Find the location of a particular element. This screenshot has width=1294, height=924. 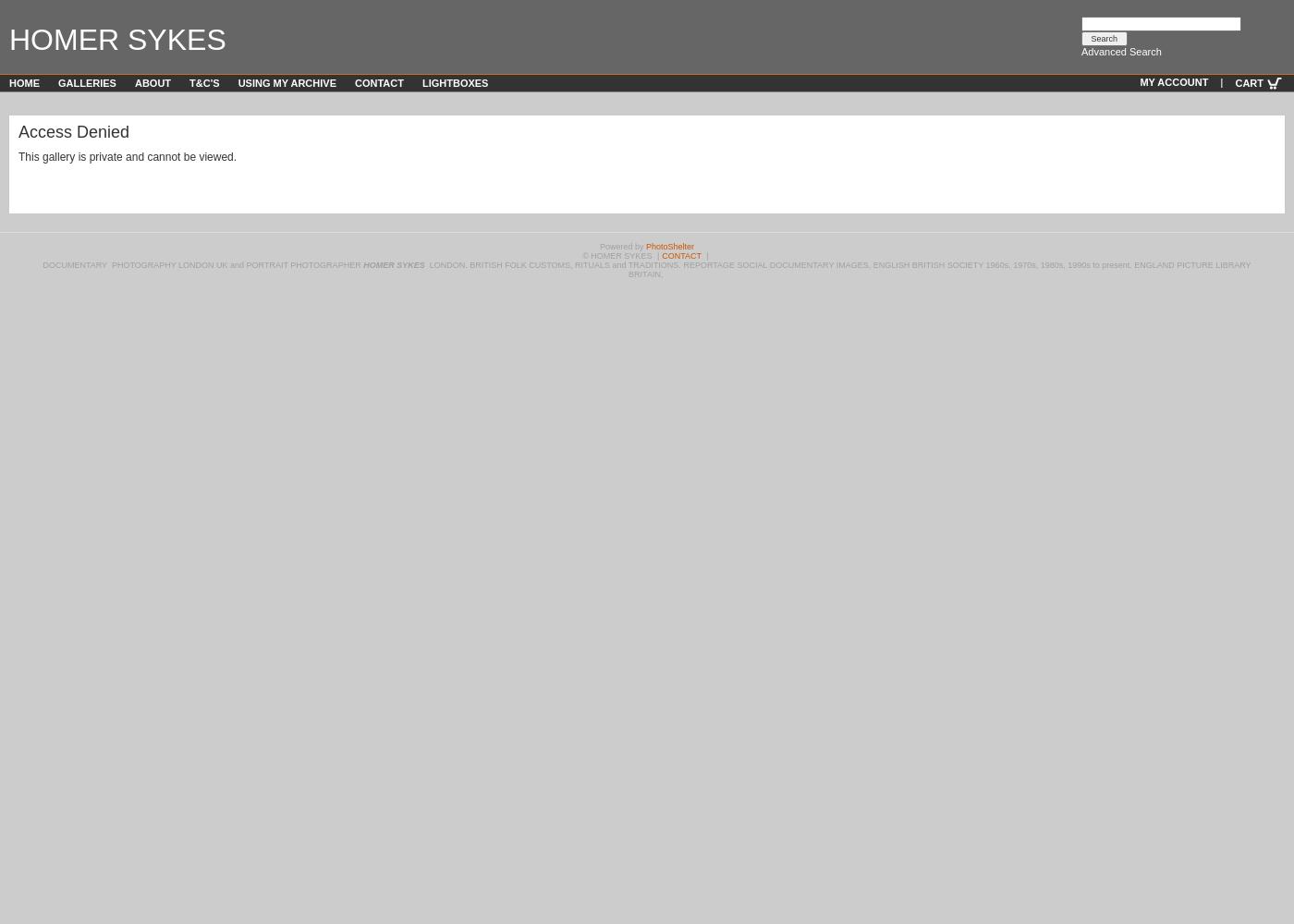

'Access Denied' is located at coordinates (73, 132).